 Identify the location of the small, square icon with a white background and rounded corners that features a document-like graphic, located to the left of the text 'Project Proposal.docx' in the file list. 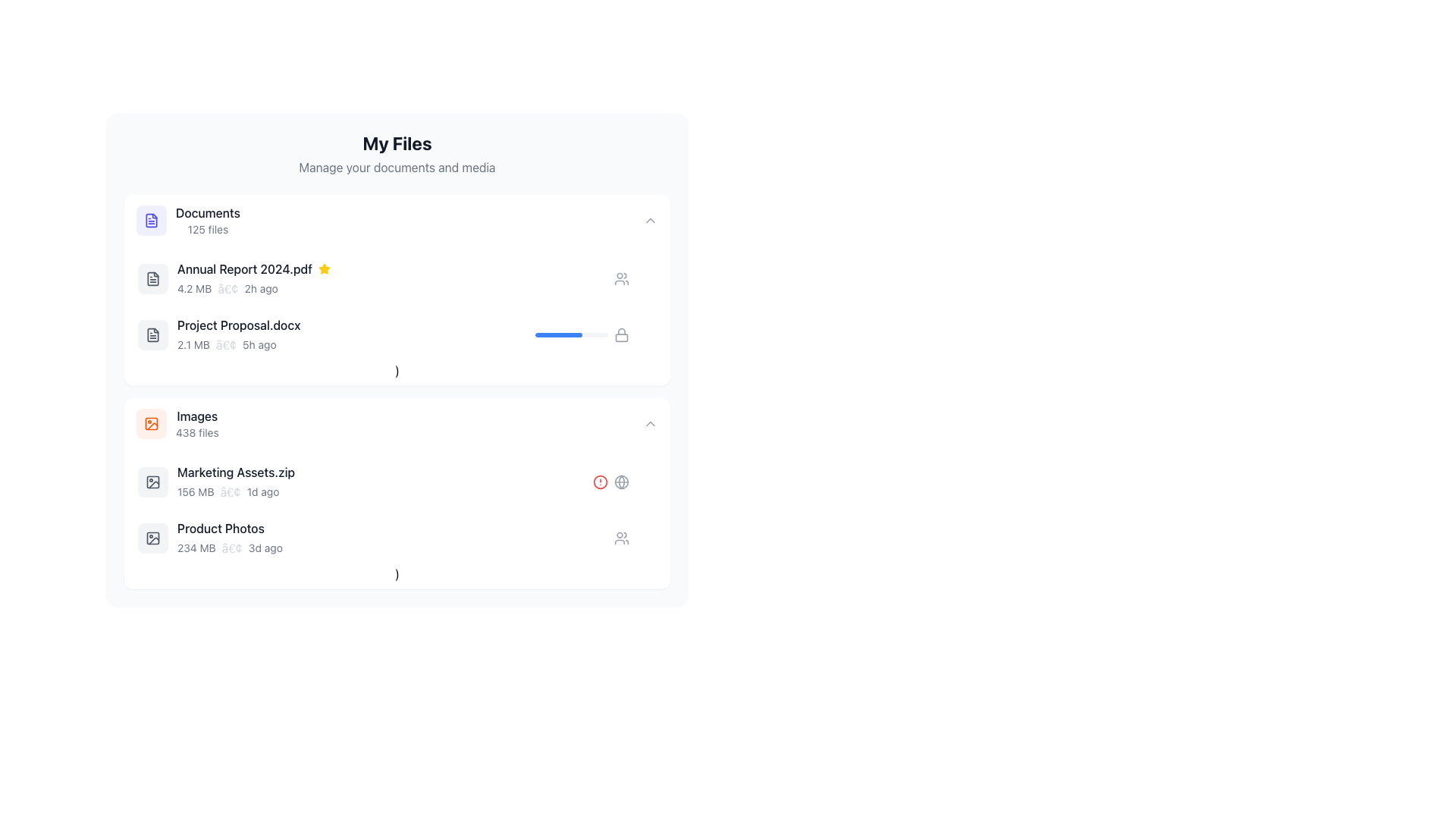
(152, 334).